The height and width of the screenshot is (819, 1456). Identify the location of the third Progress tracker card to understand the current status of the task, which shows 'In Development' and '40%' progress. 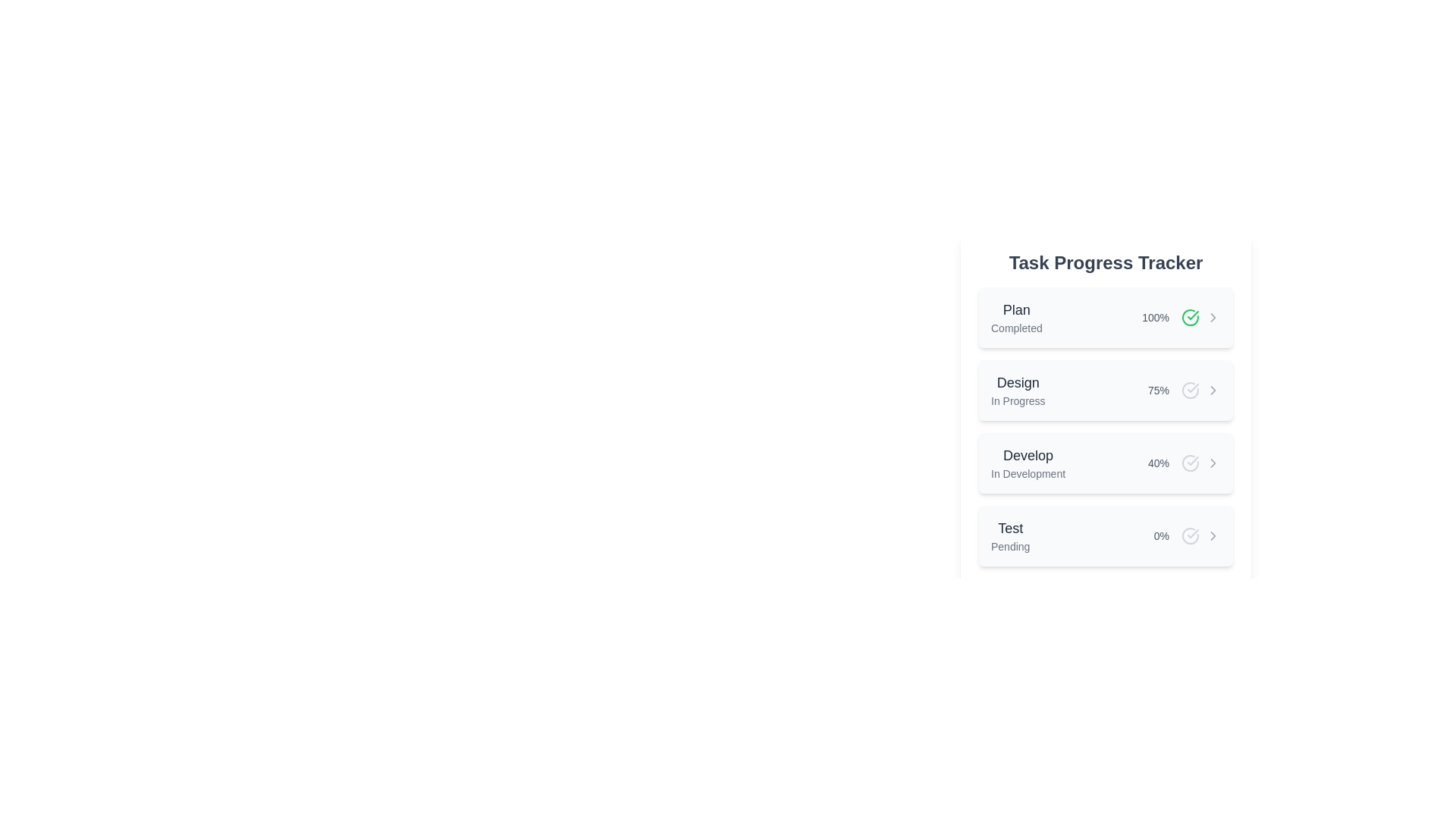
(1106, 462).